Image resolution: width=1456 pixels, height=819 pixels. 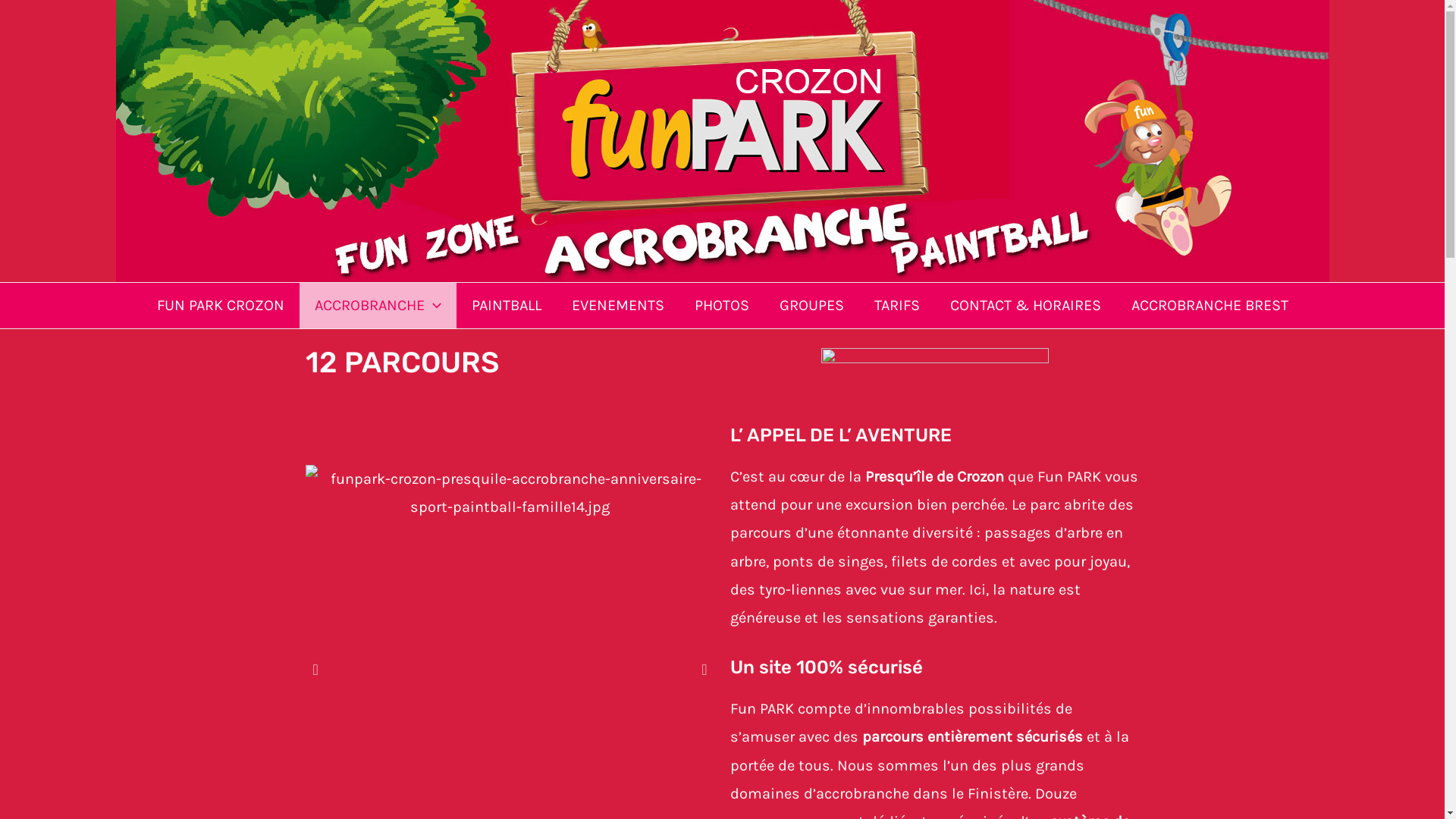 I want to click on 'TARIFS', so click(x=896, y=305).